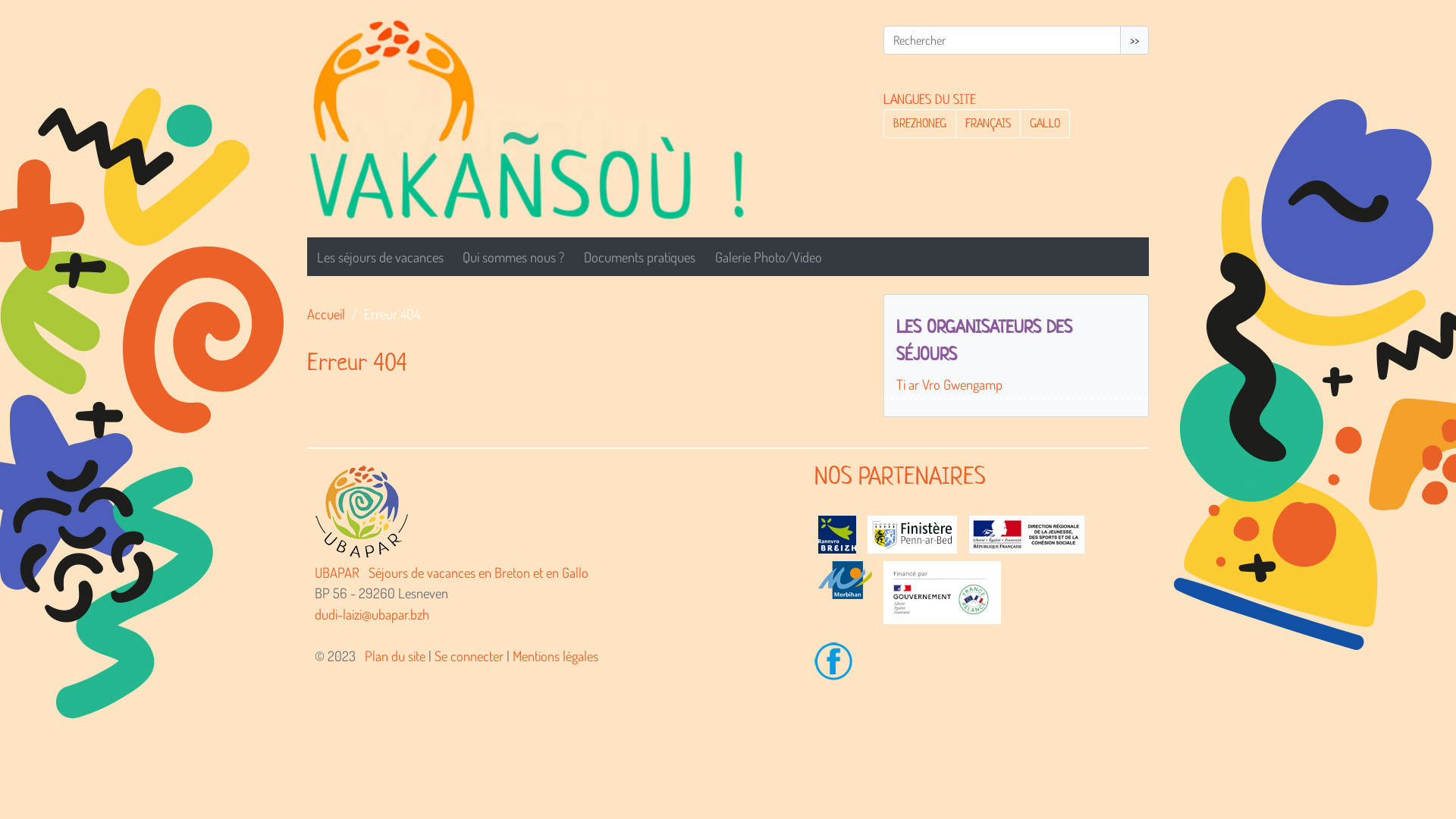  I want to click on 'Accueil', so click(306, 312).